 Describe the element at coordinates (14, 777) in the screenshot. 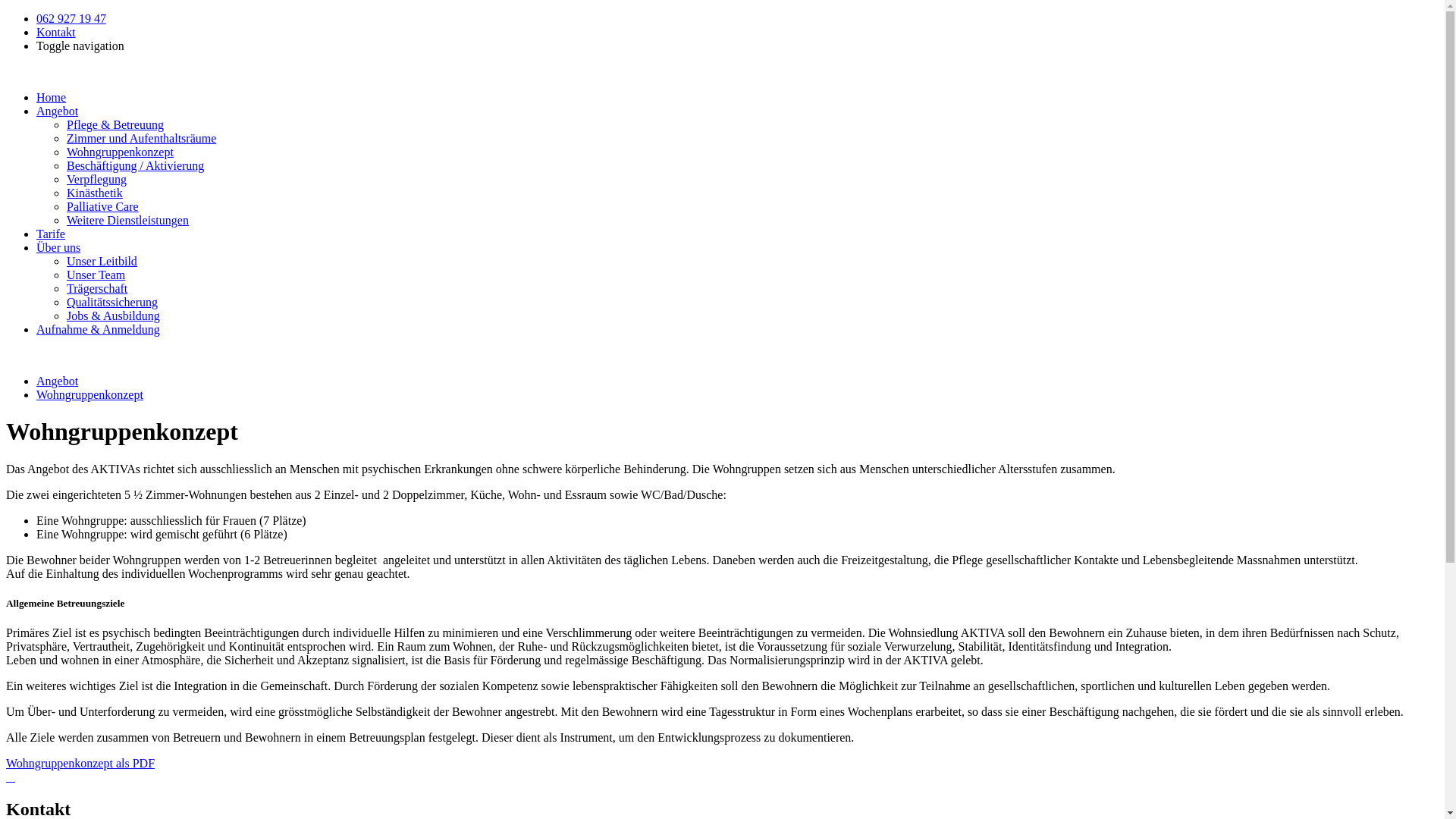

I see `'WG1.JPG'` at that location.